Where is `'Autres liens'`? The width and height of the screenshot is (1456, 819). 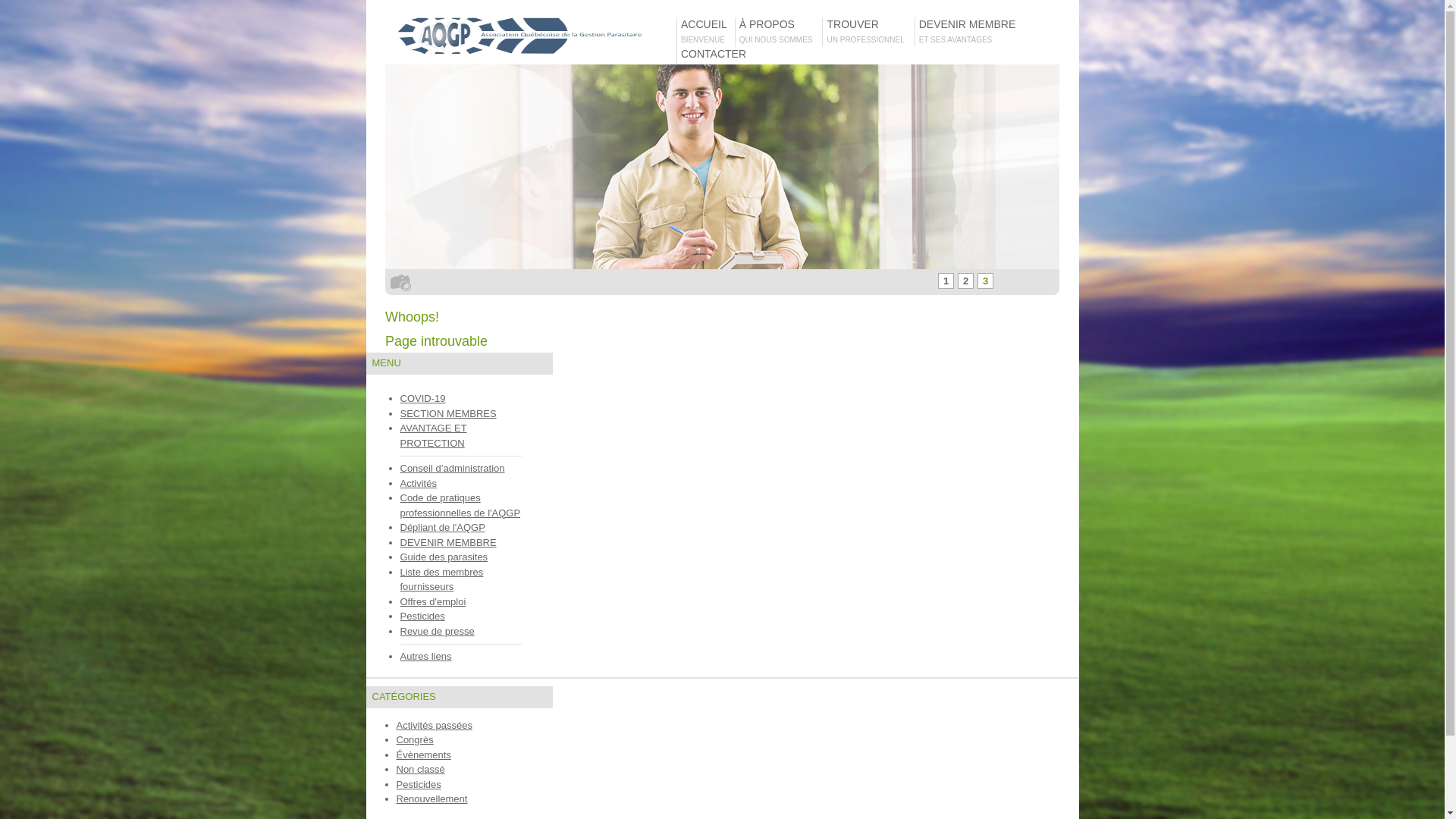 'Autres liens' is located at coordinates (425, 655).